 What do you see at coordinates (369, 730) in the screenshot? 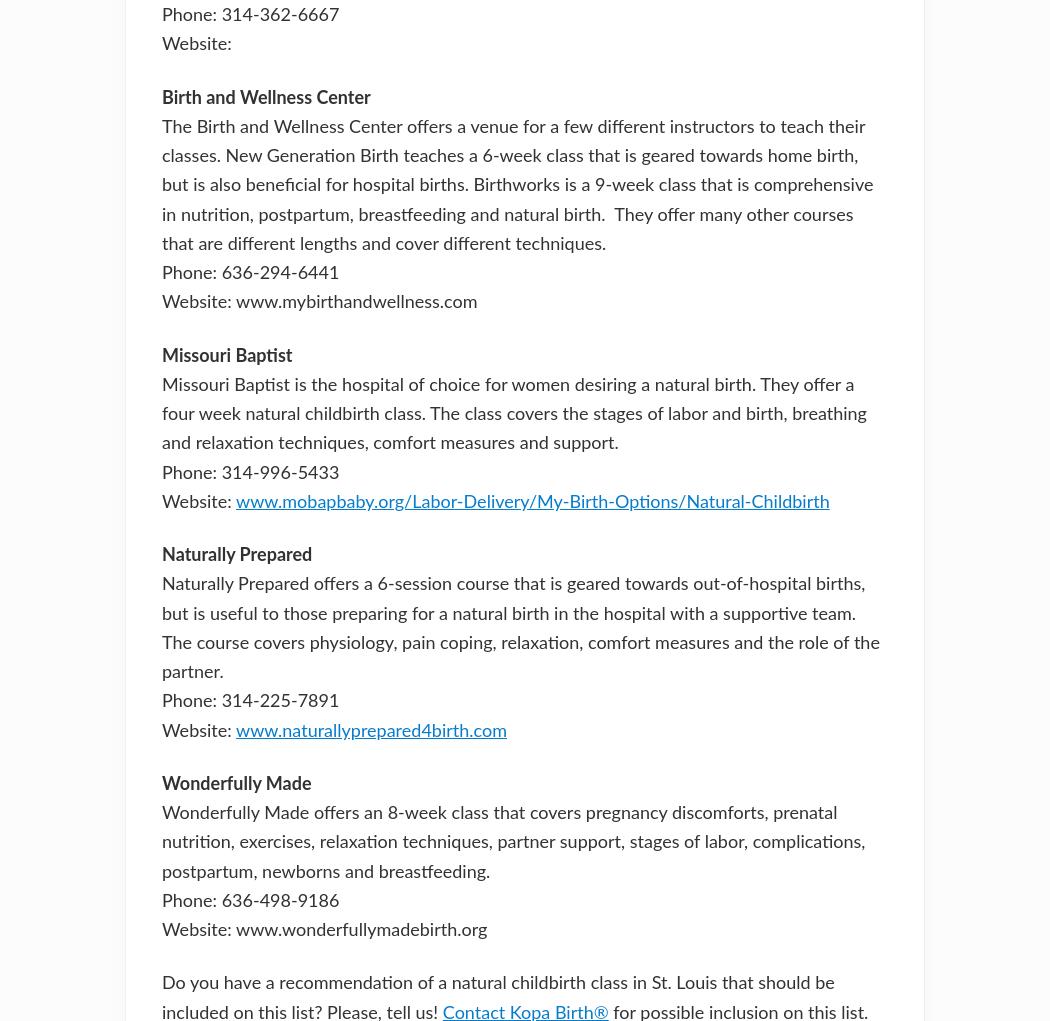
I see `'www.naturallyprepared4birth.com'` at bounding box center [369, 730].